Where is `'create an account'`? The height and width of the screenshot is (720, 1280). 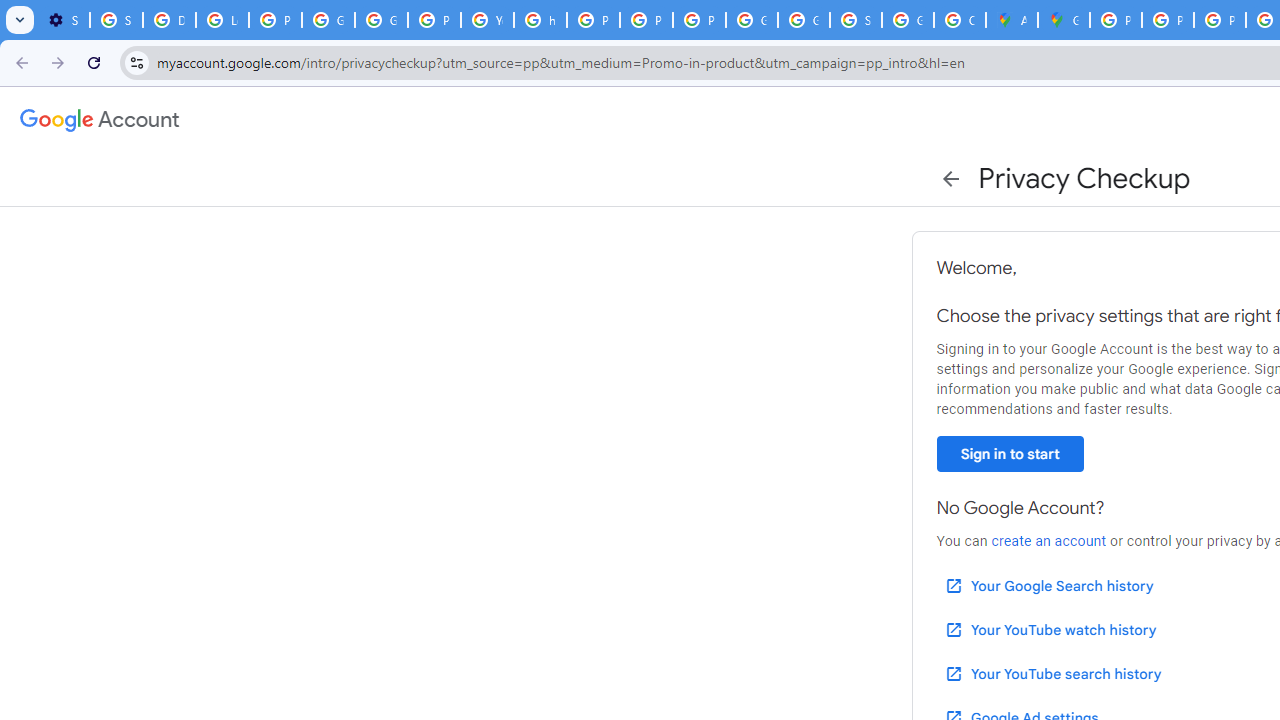 'create an account' is located at coordinates (1047, 541).